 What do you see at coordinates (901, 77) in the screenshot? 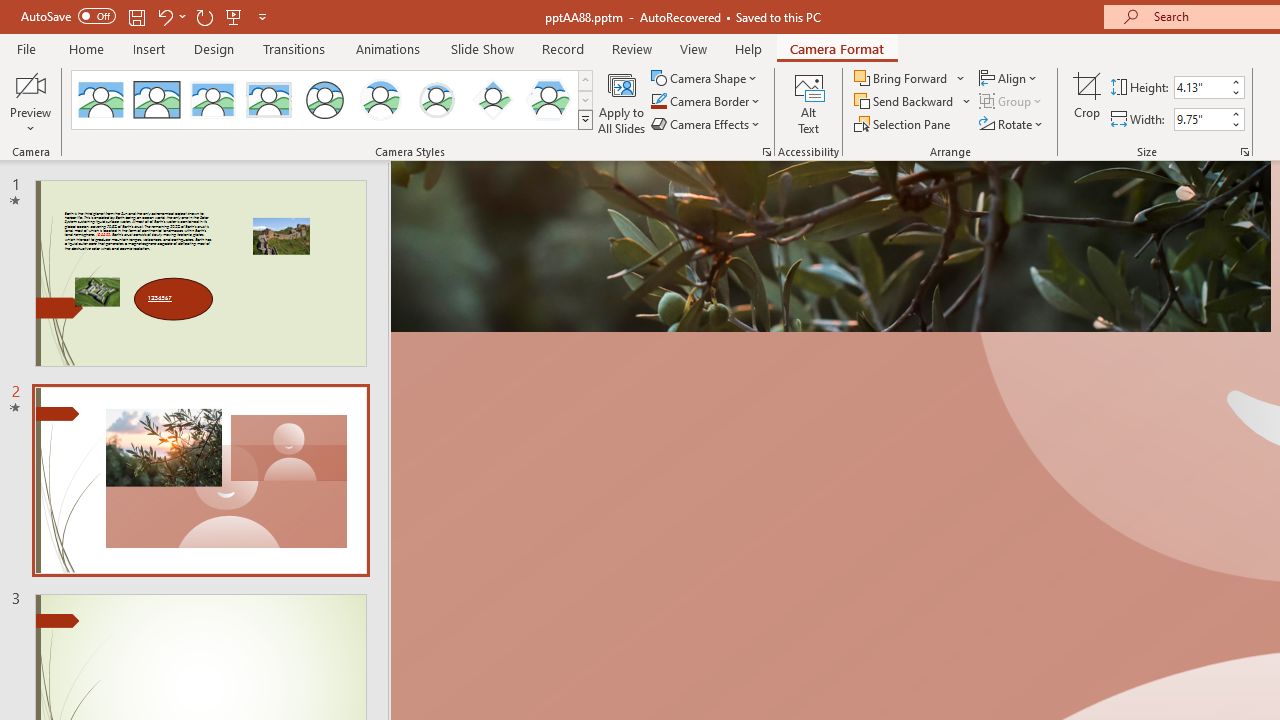
I see `'Bring Forward'` at bounding box center [901, 77].